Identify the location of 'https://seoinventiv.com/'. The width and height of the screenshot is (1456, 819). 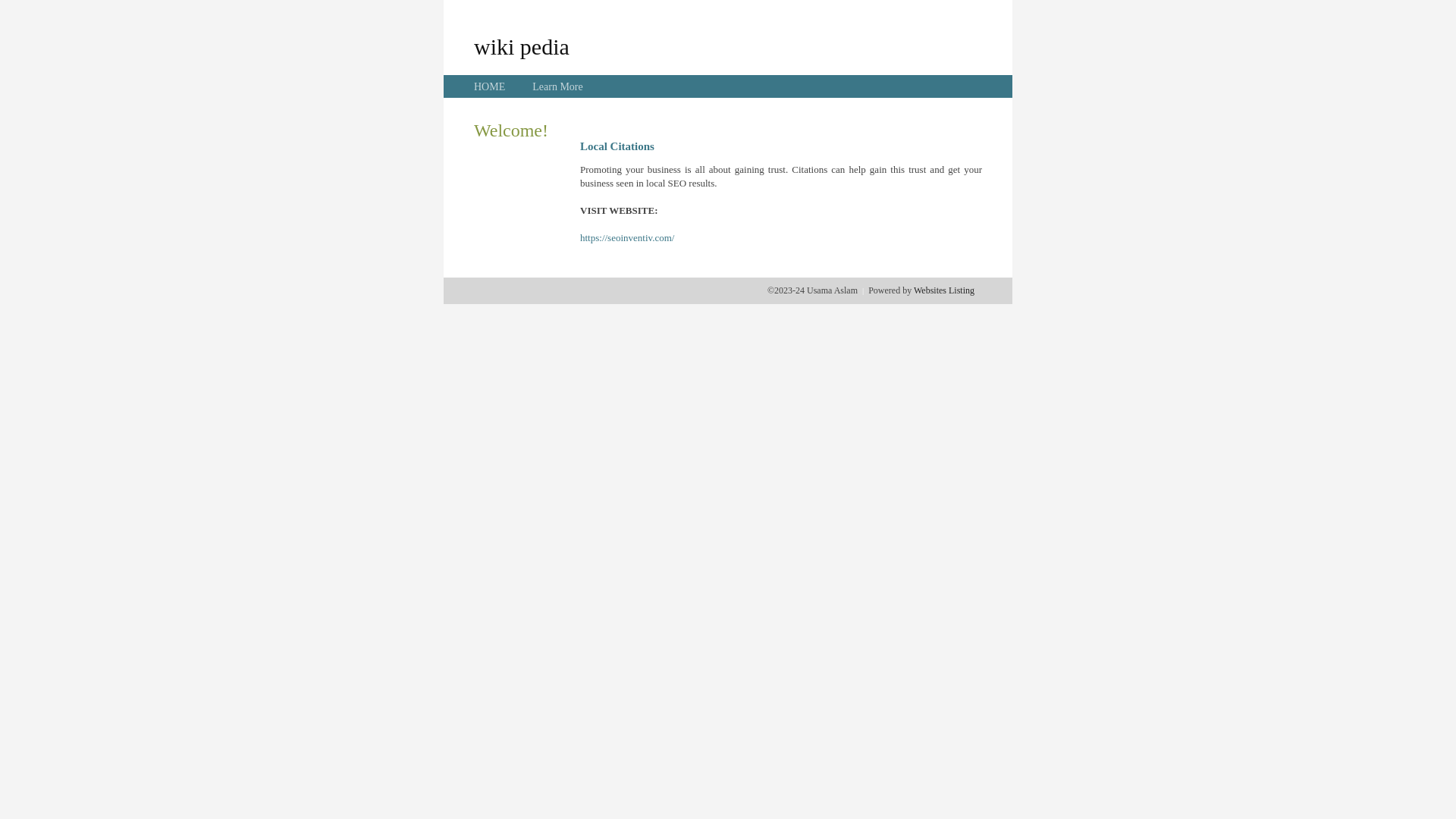
(626, 237).